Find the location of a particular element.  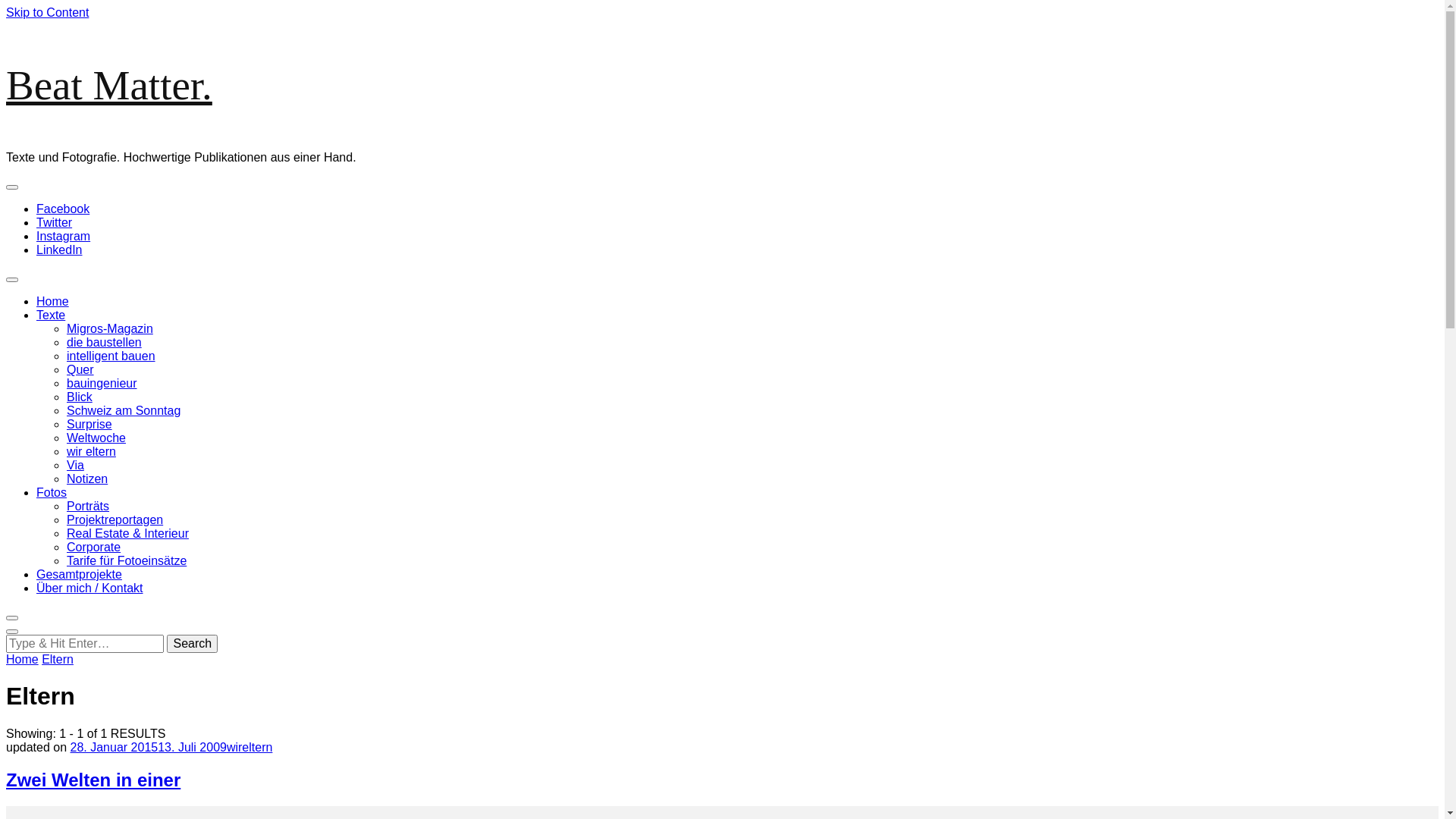

'Gesamtprojekte' is located at coordinates (78, 574).